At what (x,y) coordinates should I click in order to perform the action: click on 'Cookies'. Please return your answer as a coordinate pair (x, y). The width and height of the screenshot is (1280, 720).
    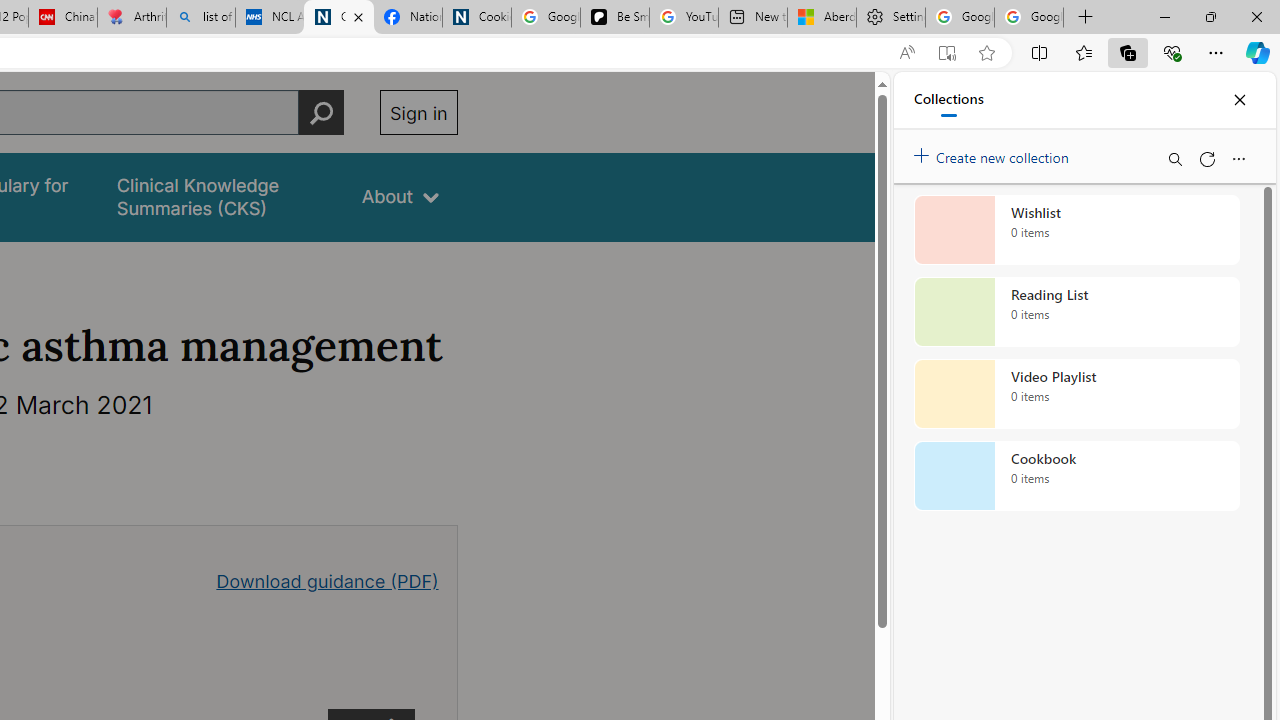
    Looking at the image, I should click on (475, 17).